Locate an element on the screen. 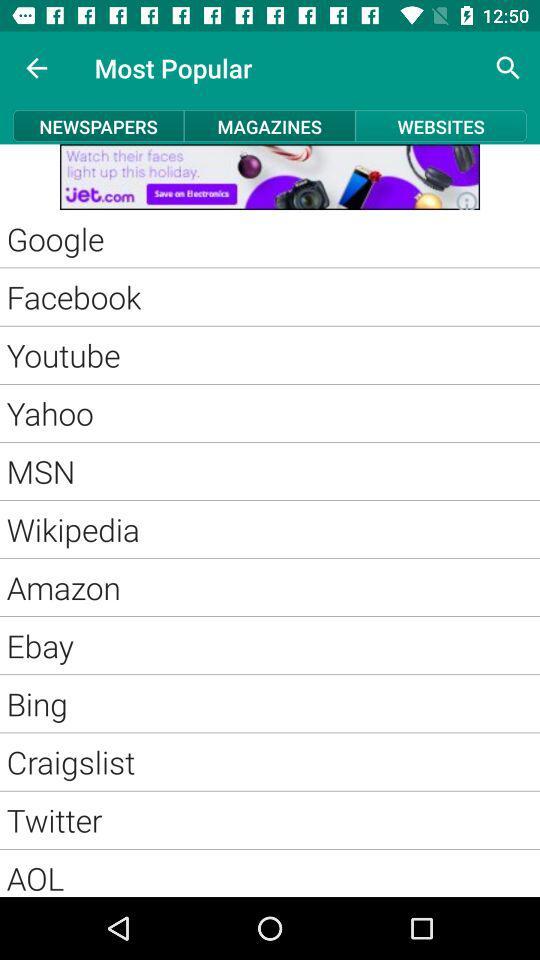  advertisement is located at coordinates (270, 176).